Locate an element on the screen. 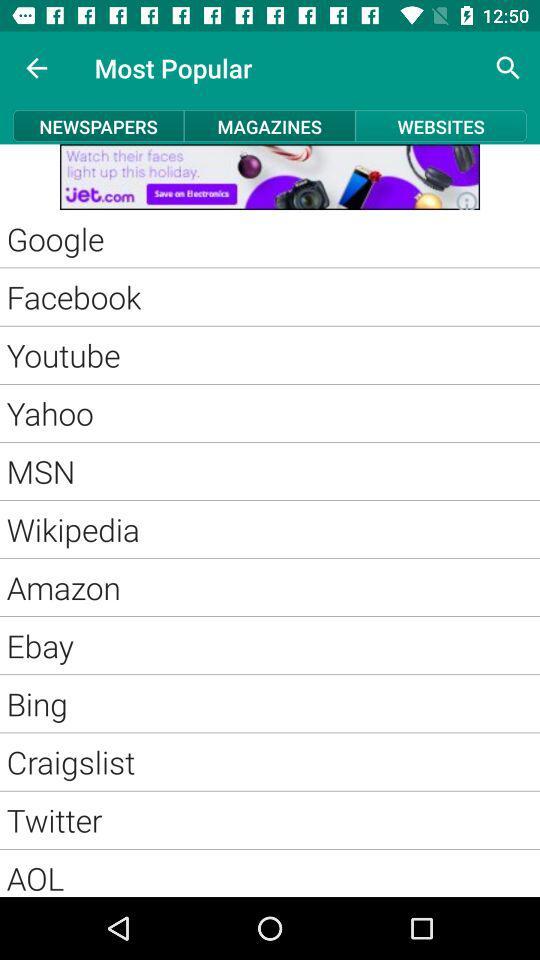  advertisement is located at coordinates (270, 176).